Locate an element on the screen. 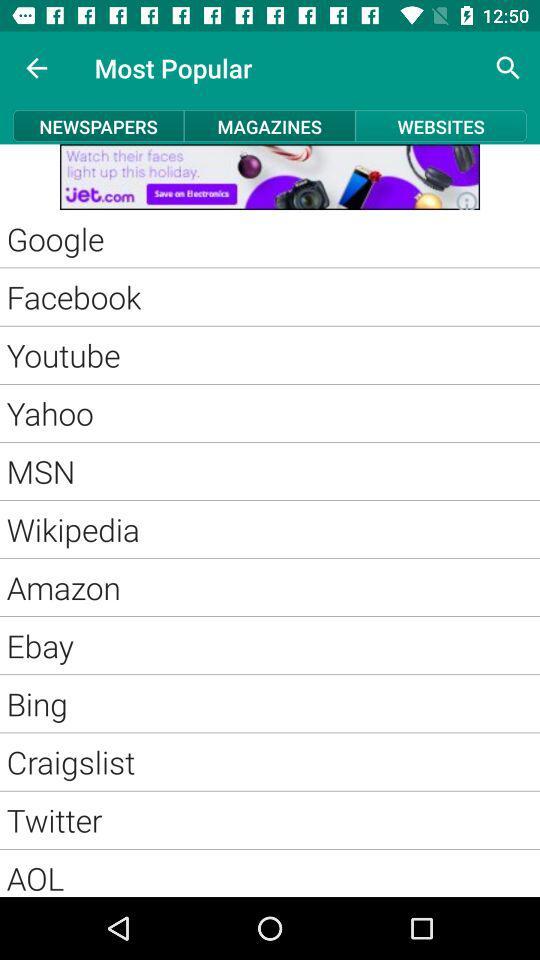  advertisement is located at coordinates (270, 176).